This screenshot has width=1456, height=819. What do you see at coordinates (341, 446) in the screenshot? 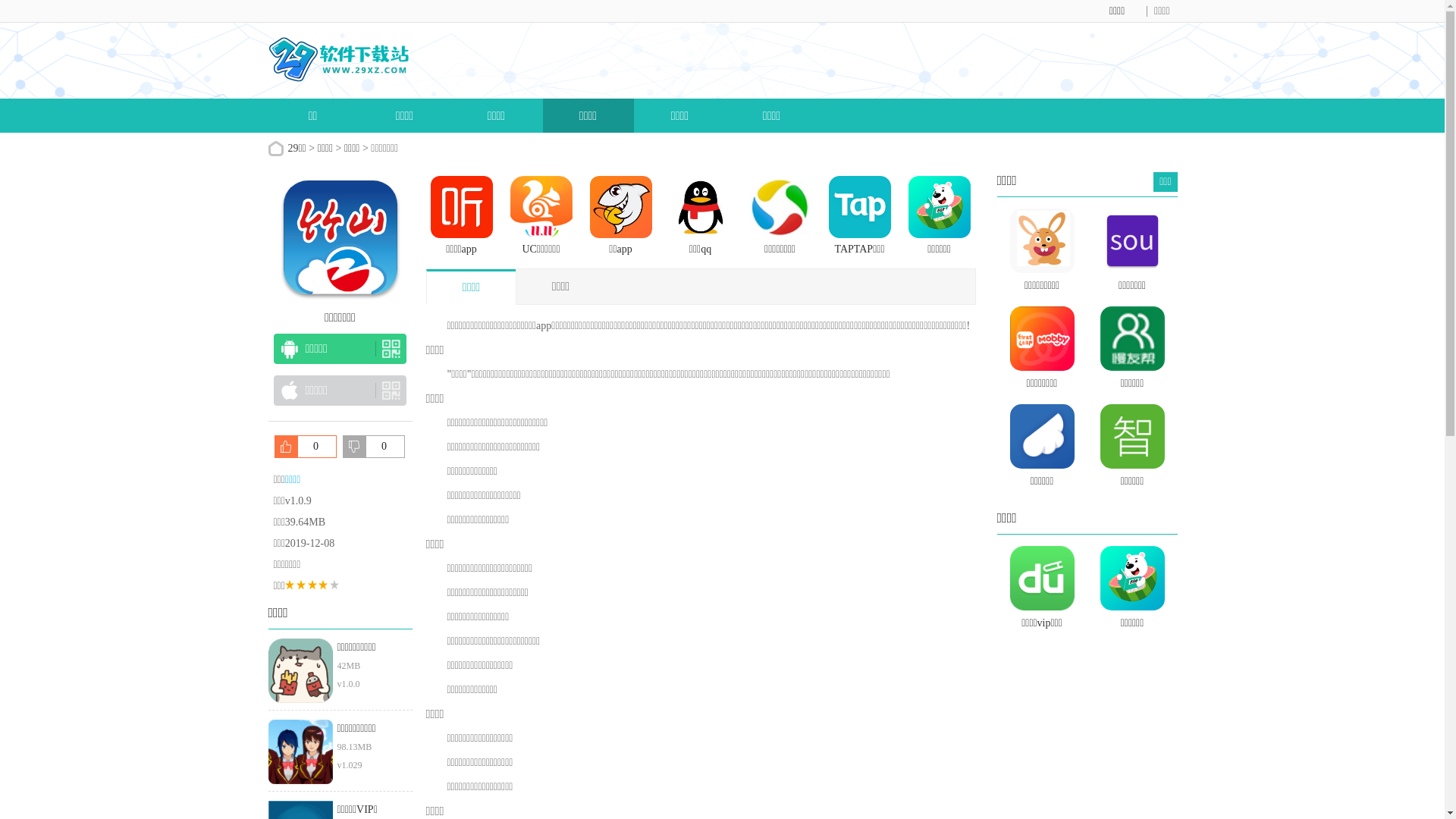
I see `'0'` at bounding box center [341, 446].